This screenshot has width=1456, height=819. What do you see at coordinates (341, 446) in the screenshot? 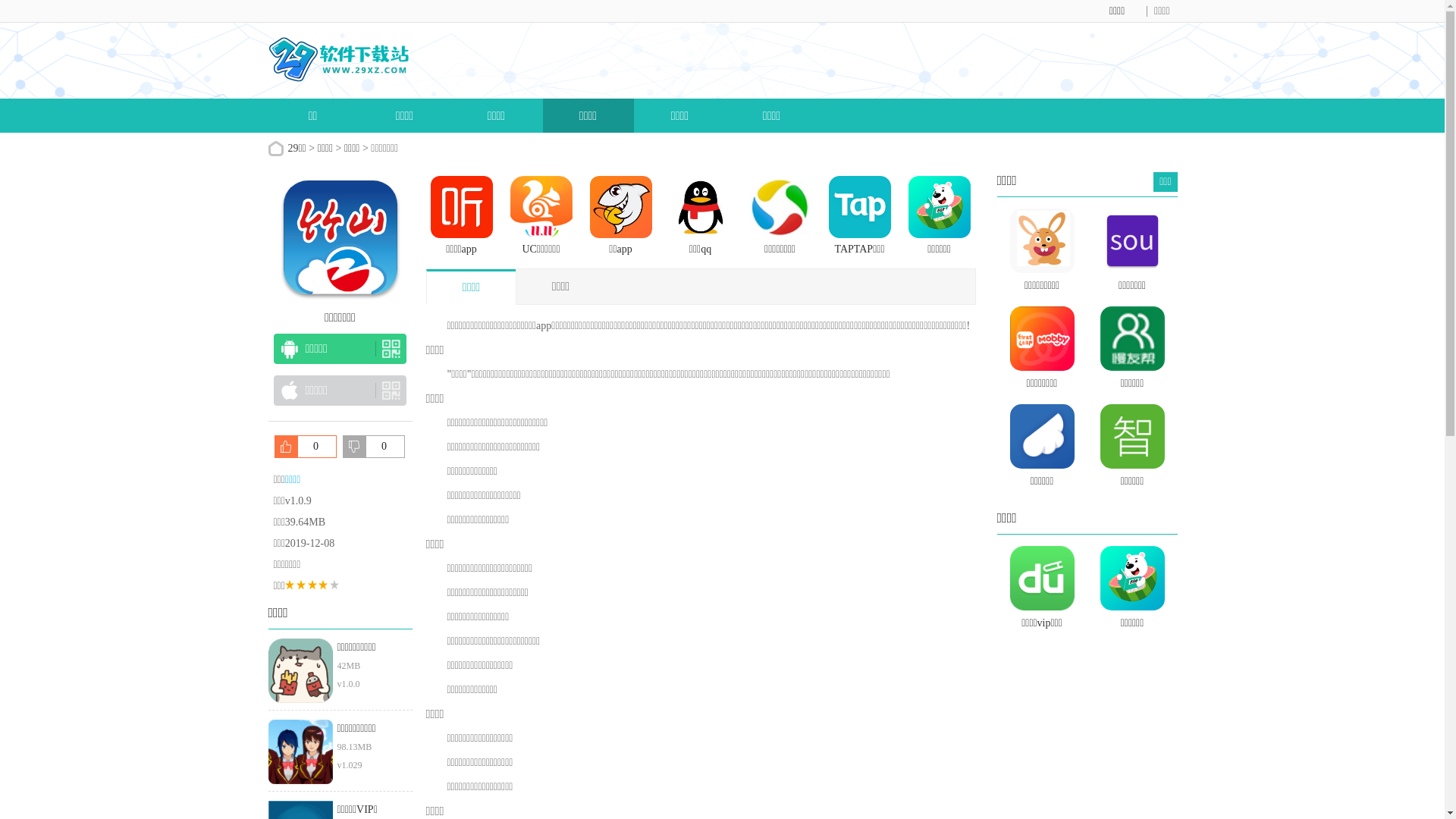
I see `'0'` at bounding box center [341, 446].